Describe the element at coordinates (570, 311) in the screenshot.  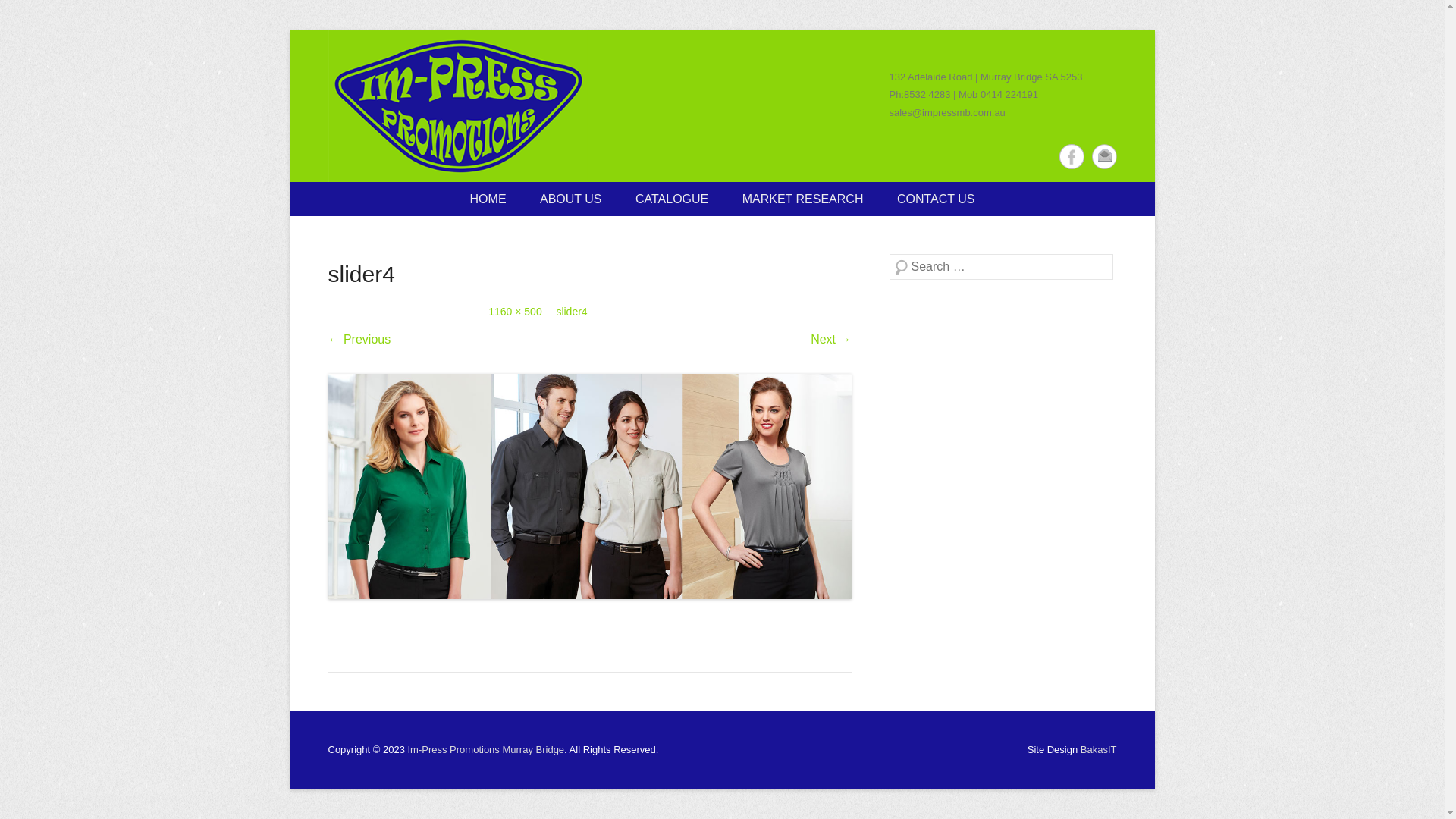
I see `'slider4'` at that location.